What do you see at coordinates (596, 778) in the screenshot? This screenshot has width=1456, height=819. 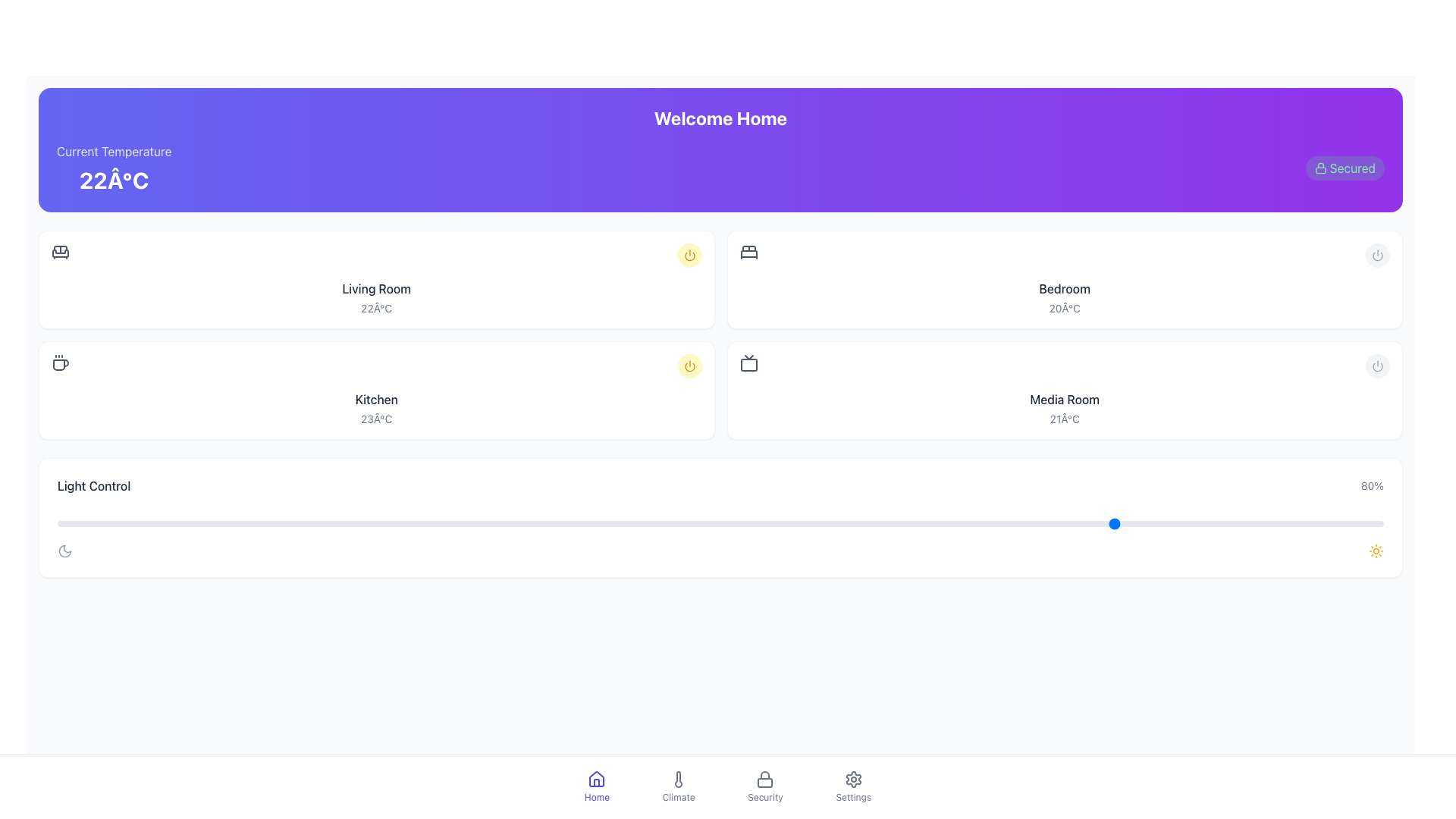 I see `the home icon, which is a graphical depiction of a house shape with a triangular roof and rectangular base, located in the bottom navigation bar` at bounding box center [596, 778].